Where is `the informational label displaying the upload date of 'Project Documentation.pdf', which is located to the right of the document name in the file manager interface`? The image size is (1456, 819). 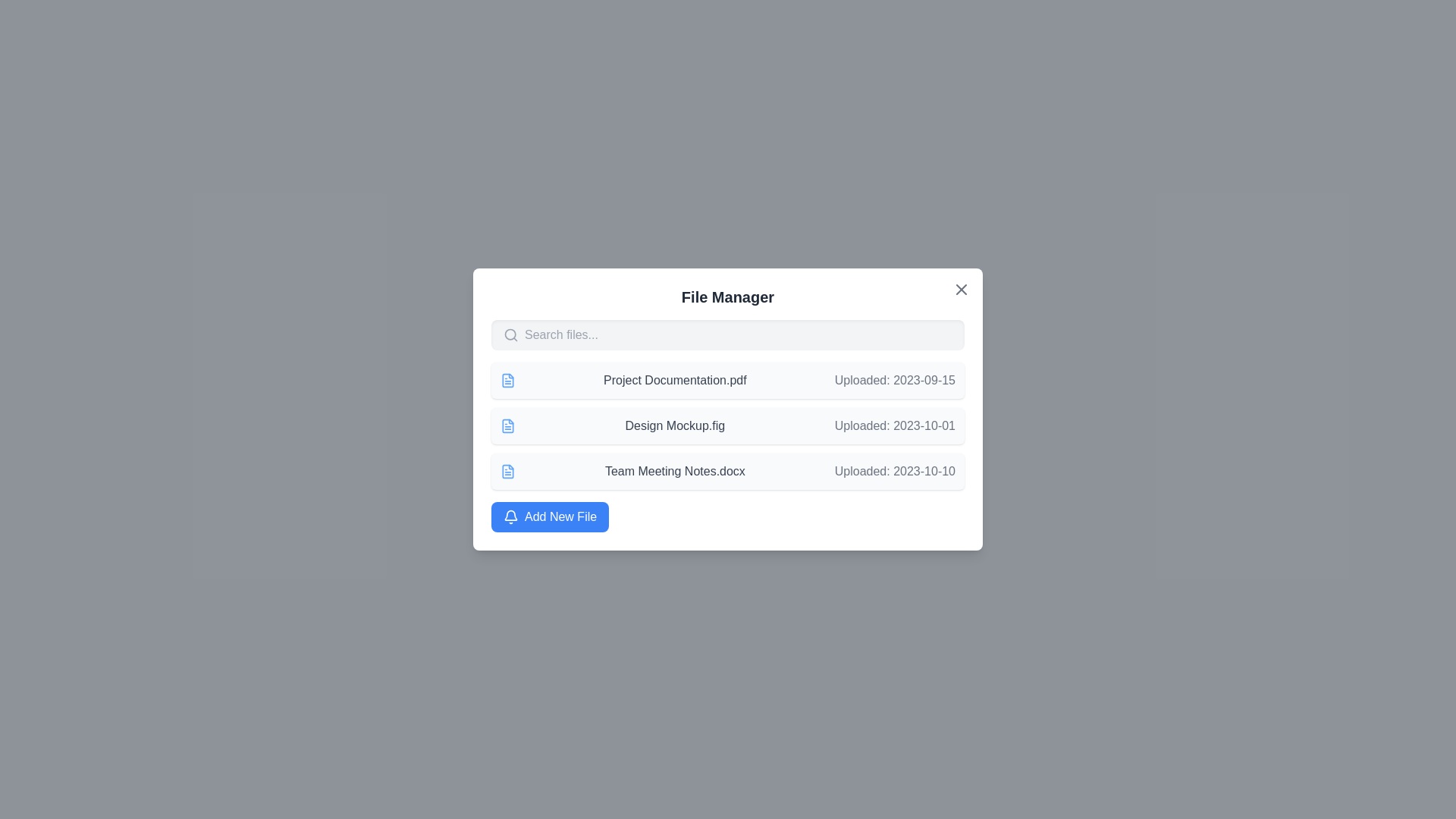
the informational label displaying the upload date of 'Project Documentation.pdf', which is located to the right of the document name in the file manager interface is located at coordinates (895, 379).